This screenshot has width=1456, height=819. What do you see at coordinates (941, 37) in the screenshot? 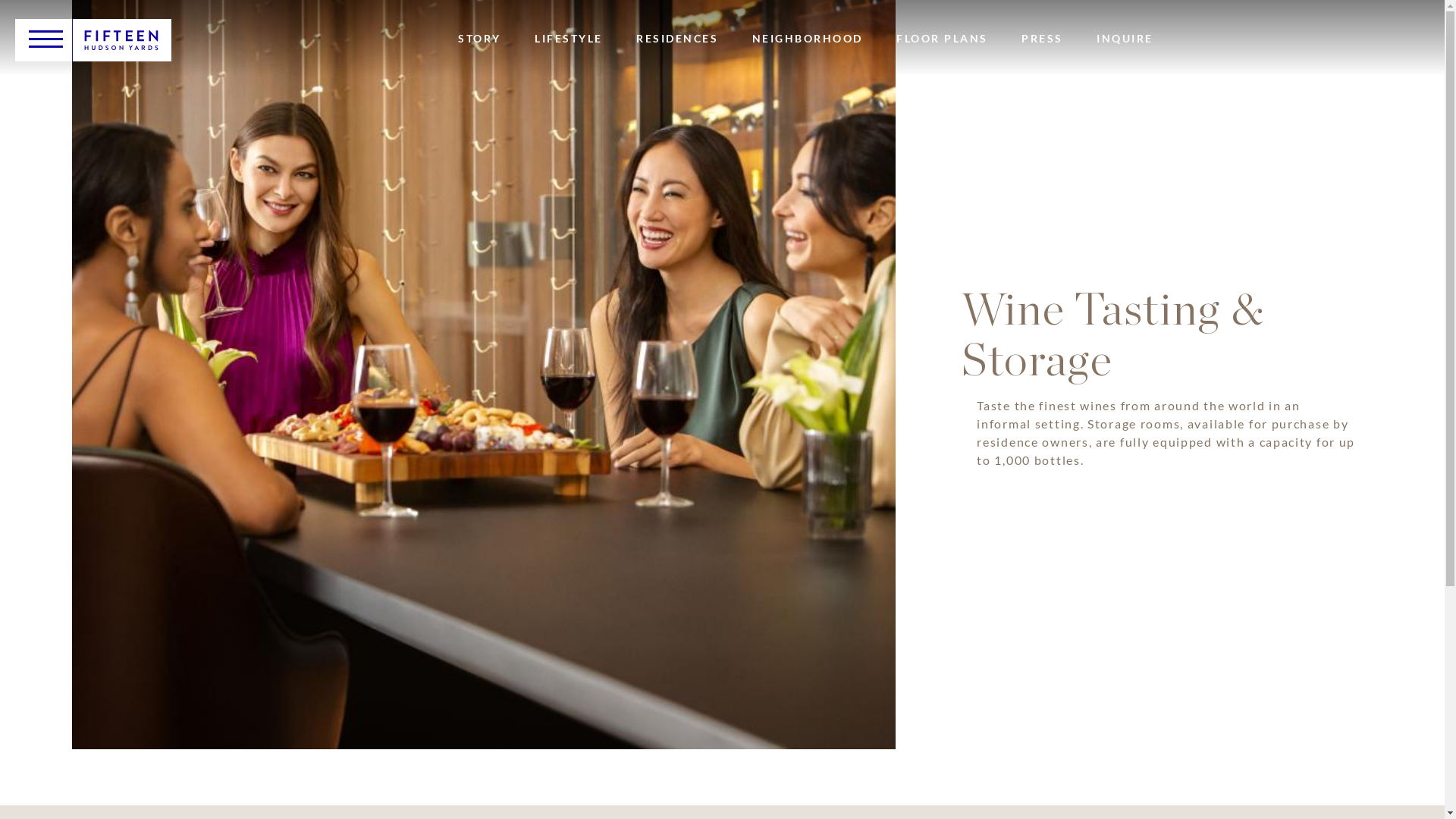
I see `'FLOOR PLANS'` at bounding box center [941, 37].